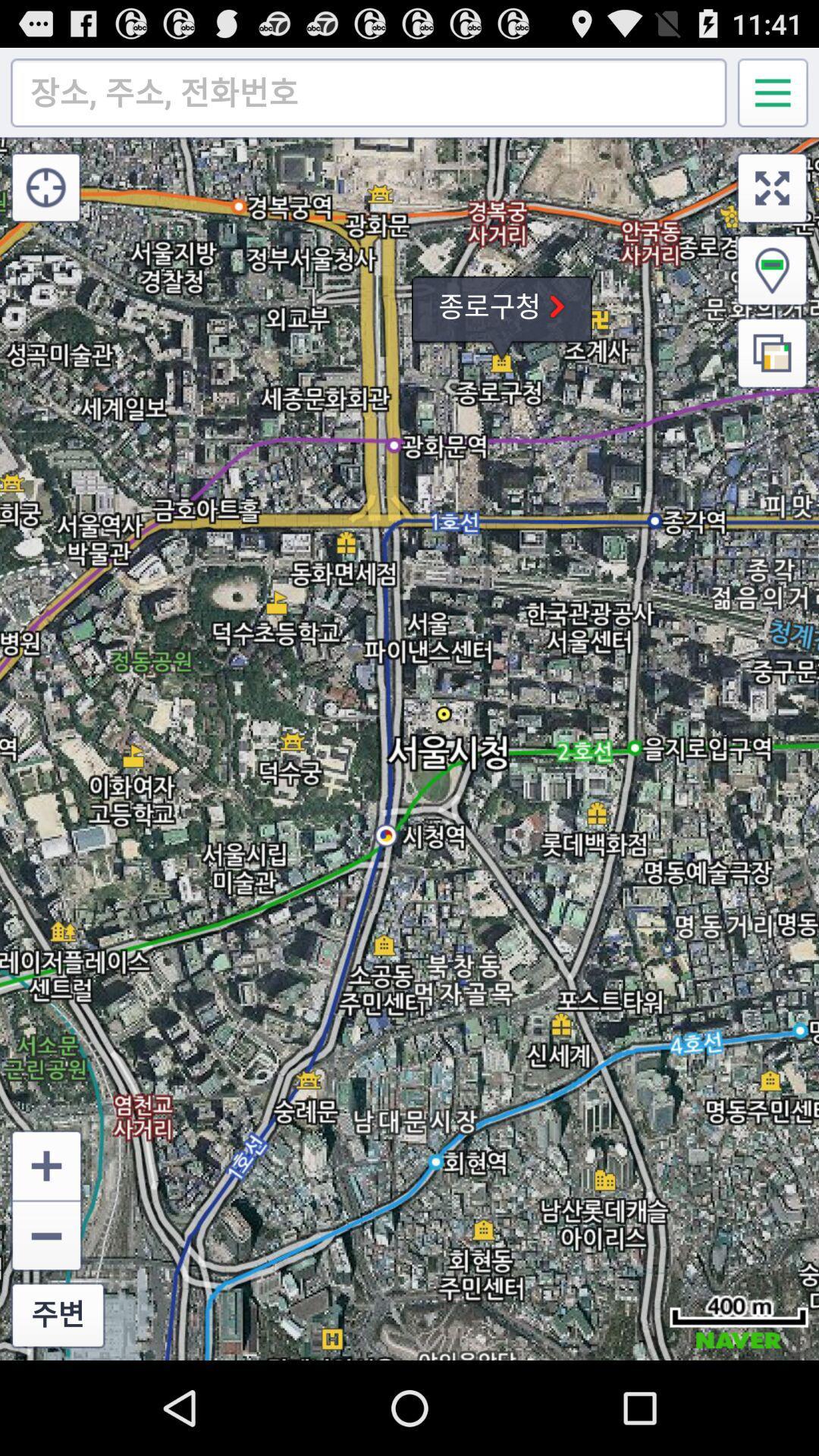  I want to click on the add icon, so click(45, 1247).